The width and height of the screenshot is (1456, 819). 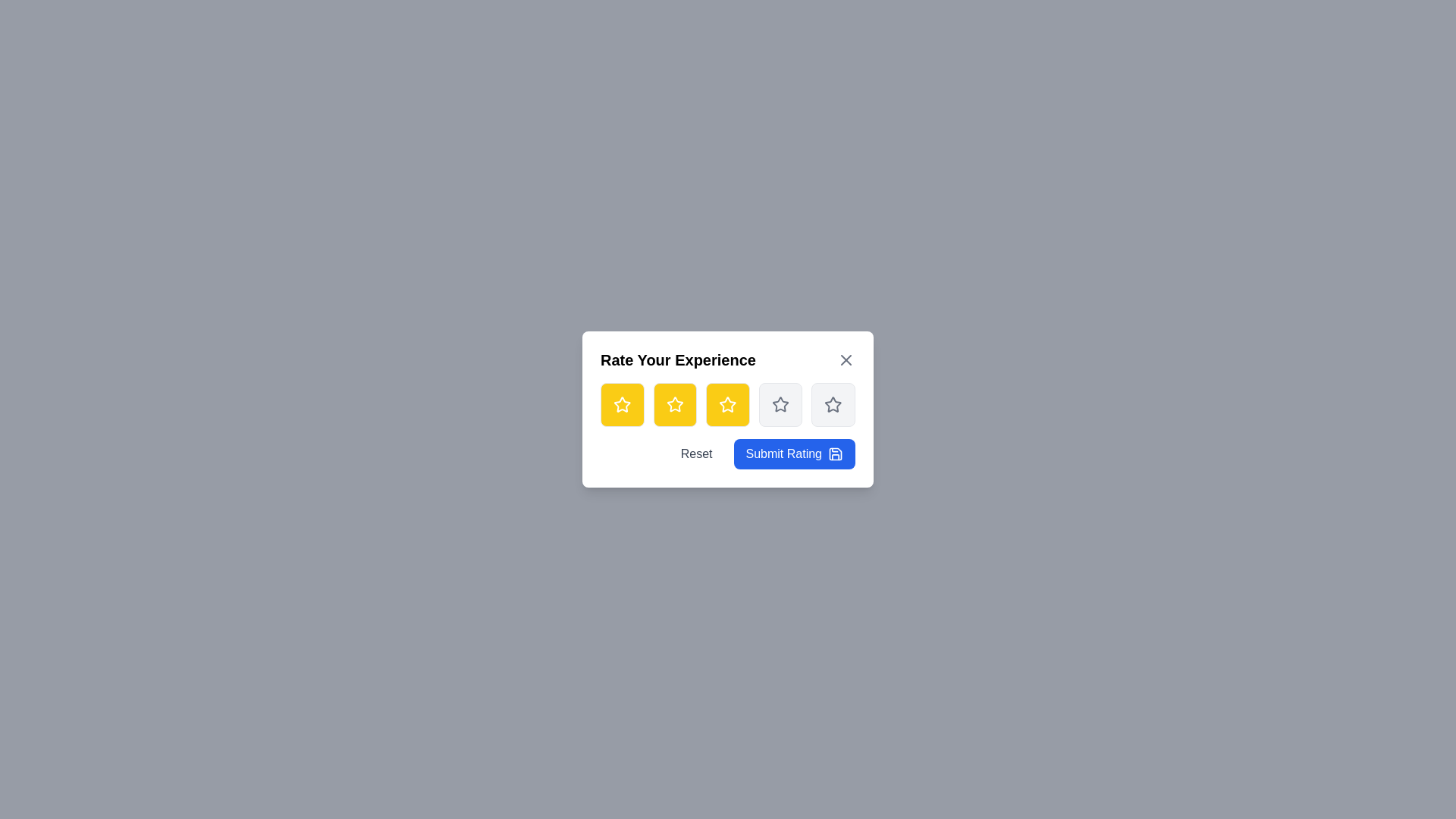 What do you see at coordinates (695, 453) in the screenshot?
I see `'Reset' button to reset the rating to zero` at bounding box center [695, 453].